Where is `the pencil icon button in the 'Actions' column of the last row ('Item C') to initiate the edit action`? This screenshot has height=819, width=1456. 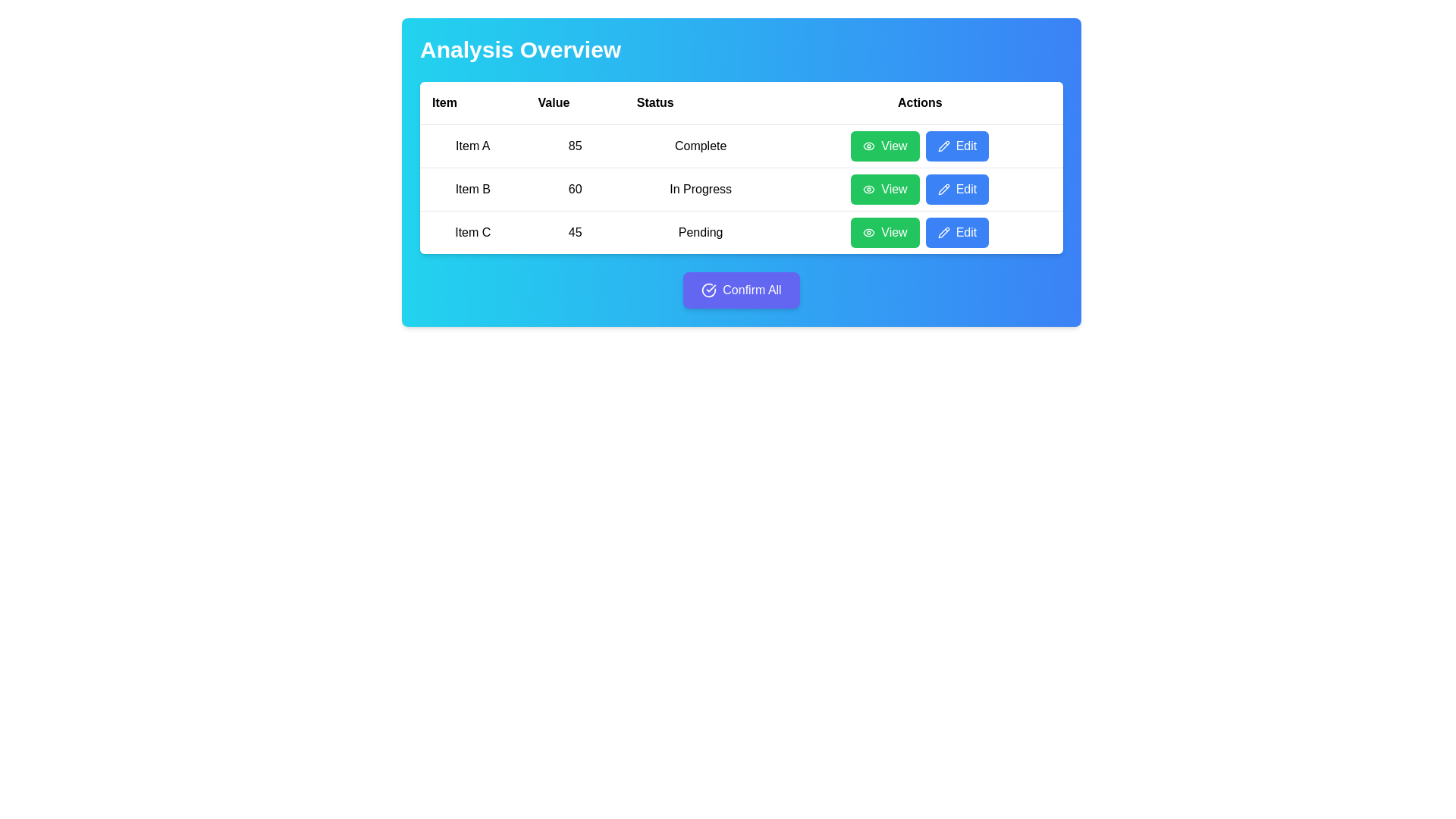
the pencil icon button in the 'Actions' column of the last row ('Item C') to initiate the edit action is located at coordinates (943, 233).